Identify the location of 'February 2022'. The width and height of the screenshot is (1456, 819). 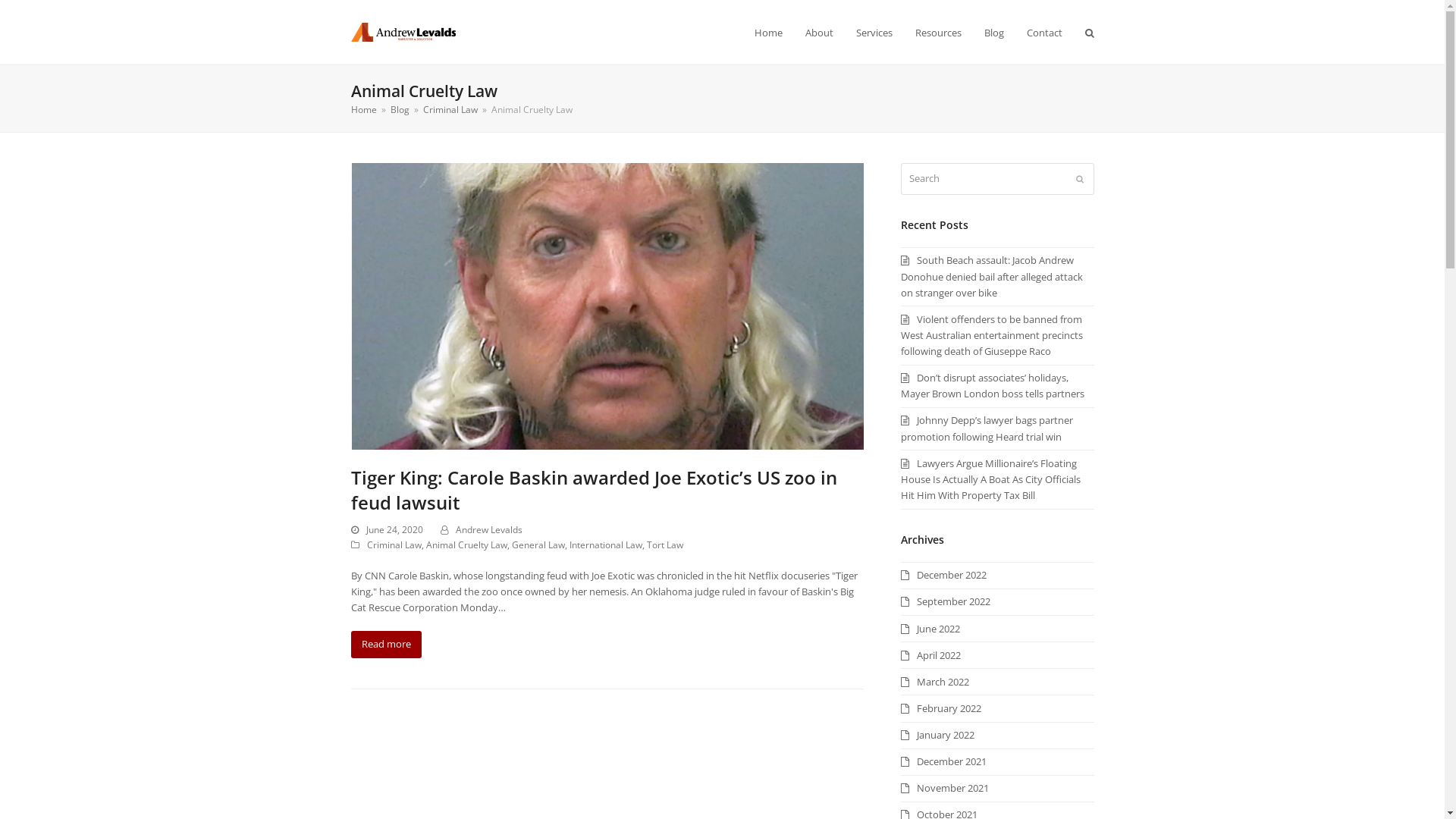
(940, 708).